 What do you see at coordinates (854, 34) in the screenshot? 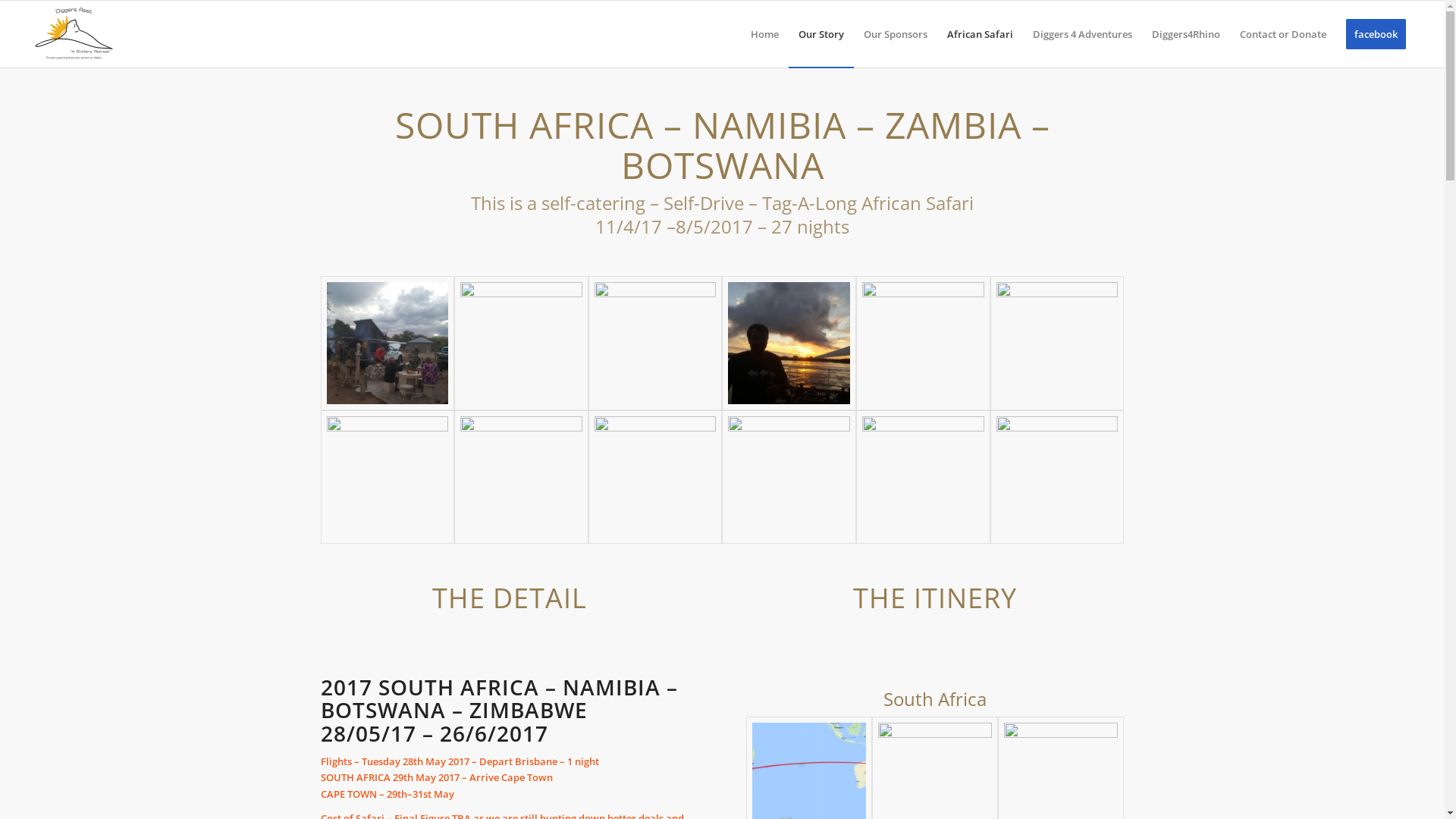
I see `'Our Sponsors'` at bounding box center [854, 34].